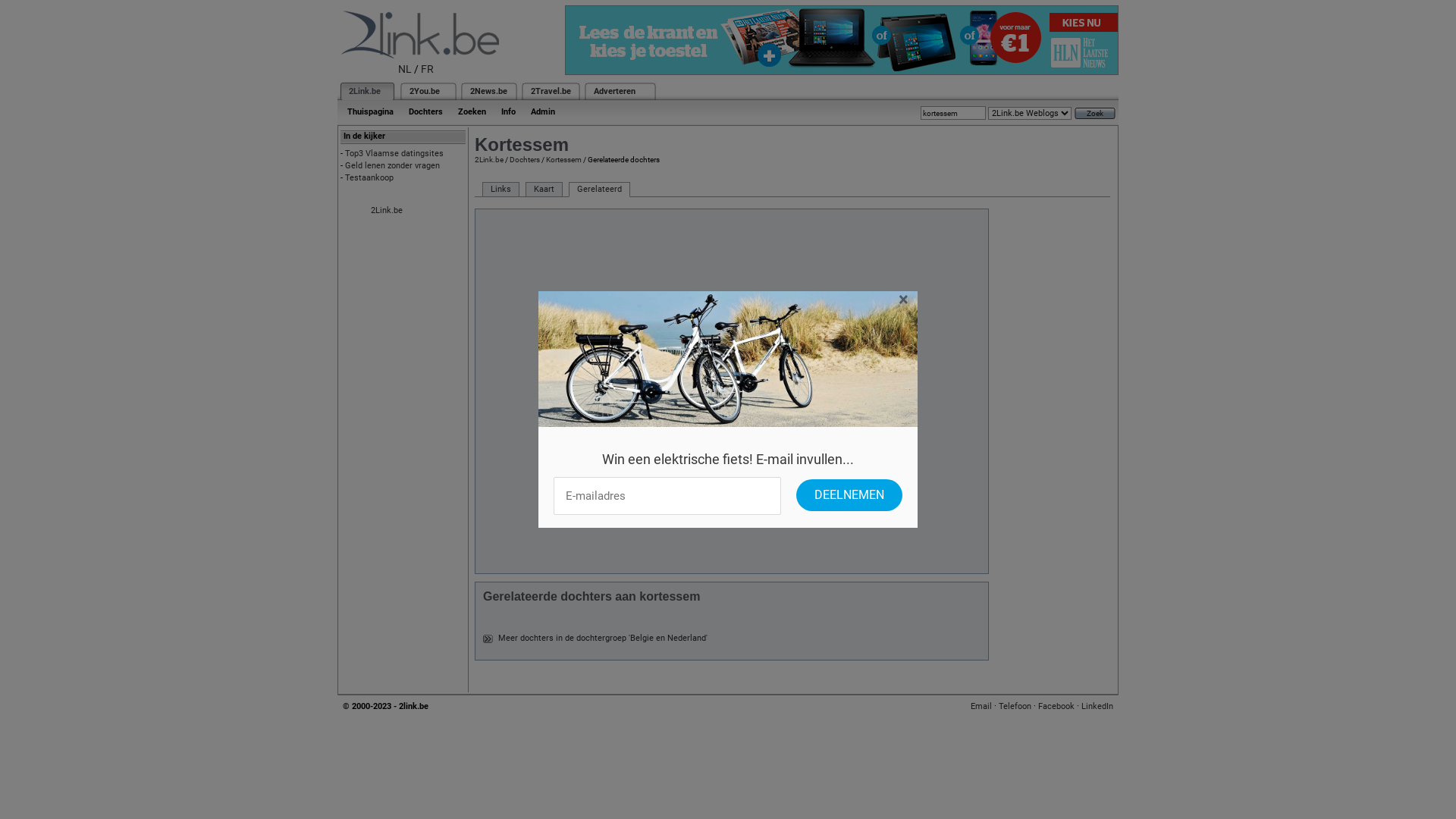 The height and width of the screenshot is (819, 1456). I want to click on 'Info', so click(508, 111).